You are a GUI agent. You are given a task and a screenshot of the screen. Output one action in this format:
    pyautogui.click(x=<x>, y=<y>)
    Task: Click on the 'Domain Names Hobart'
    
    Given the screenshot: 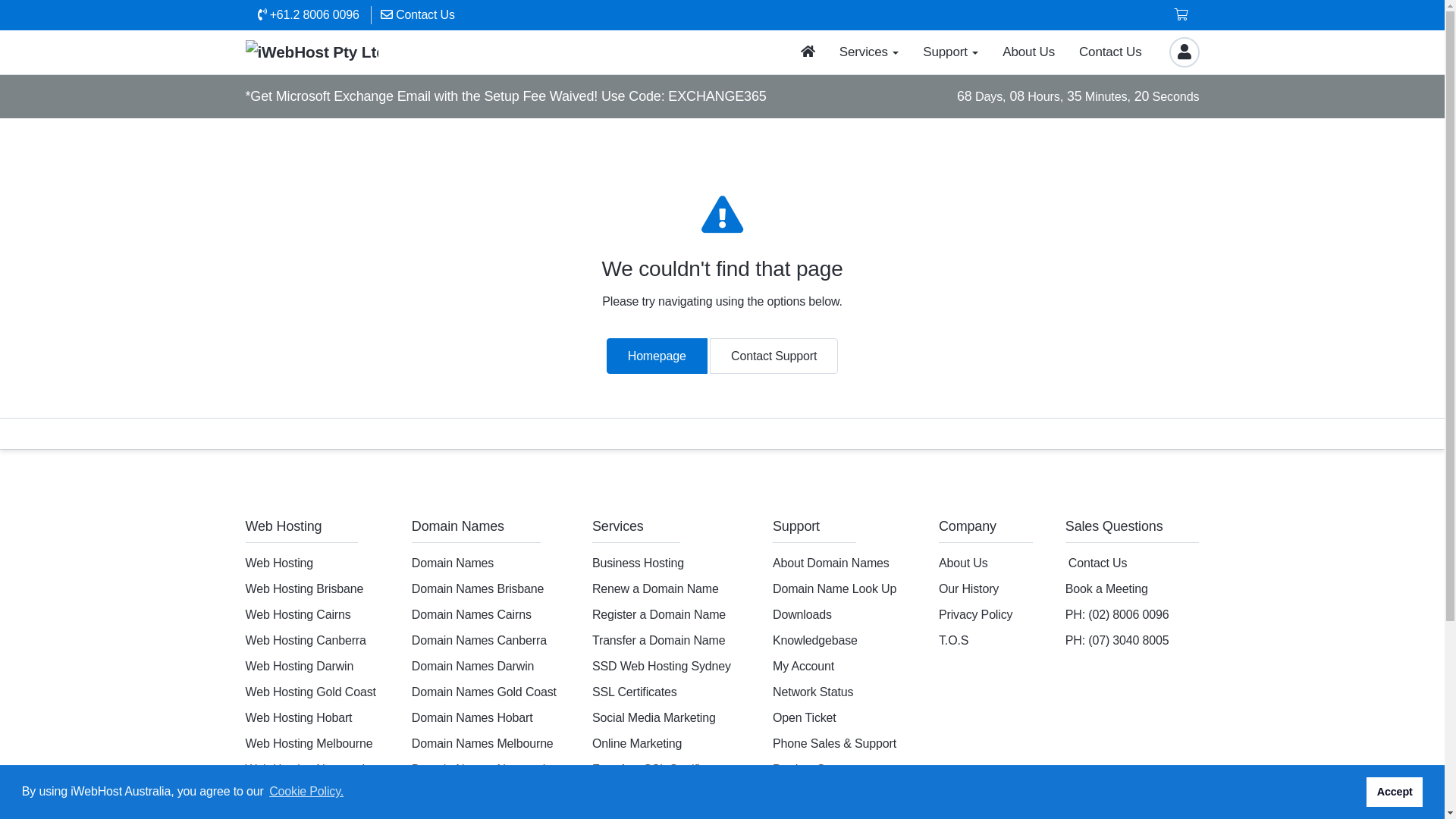 What is the action you would take?
    pyautogui.click(x=472, y=717)
    